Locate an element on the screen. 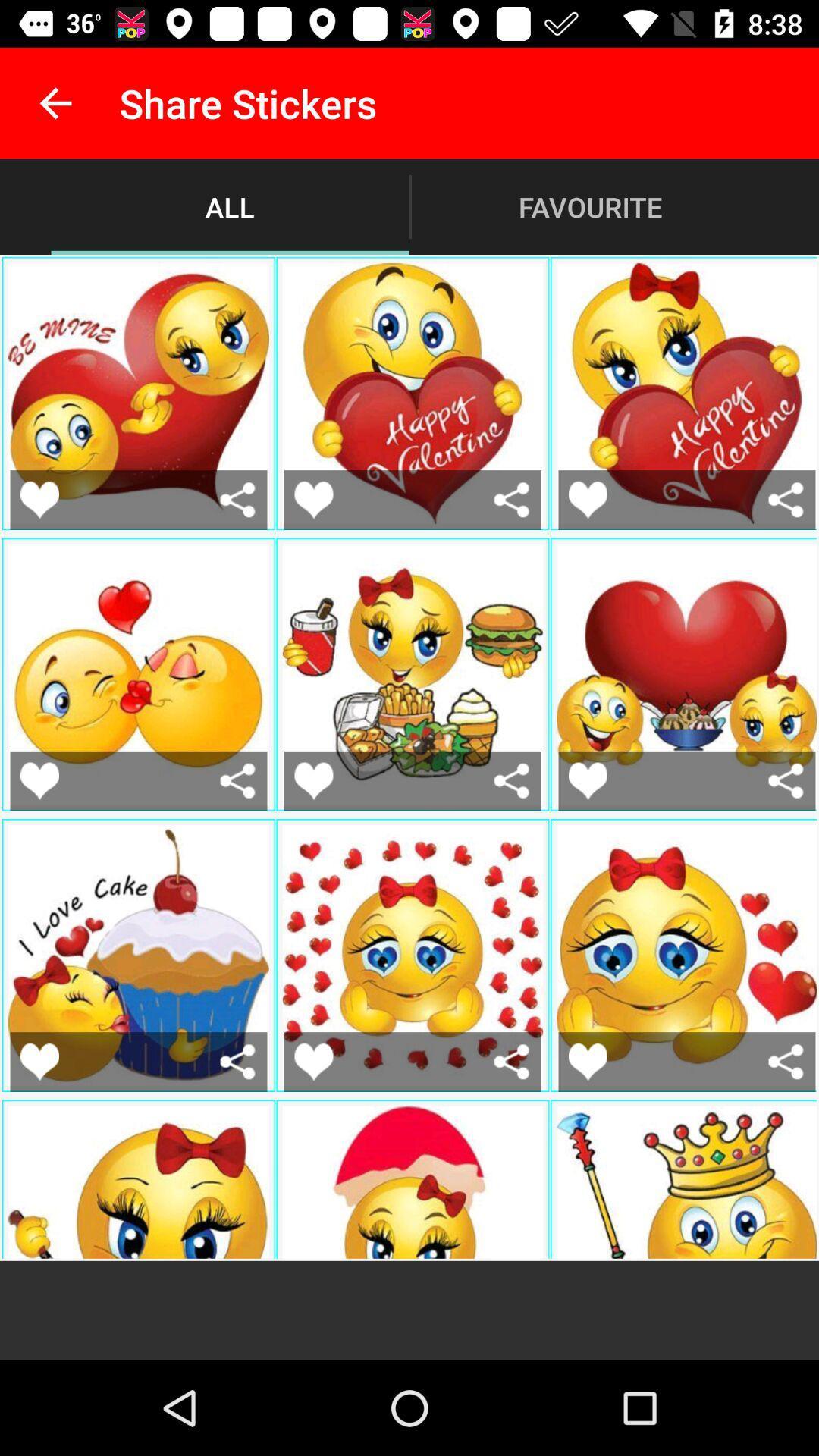 The width and height of the screenshot is (819, 1456). share the sticker is located at coordinates (512, 780).